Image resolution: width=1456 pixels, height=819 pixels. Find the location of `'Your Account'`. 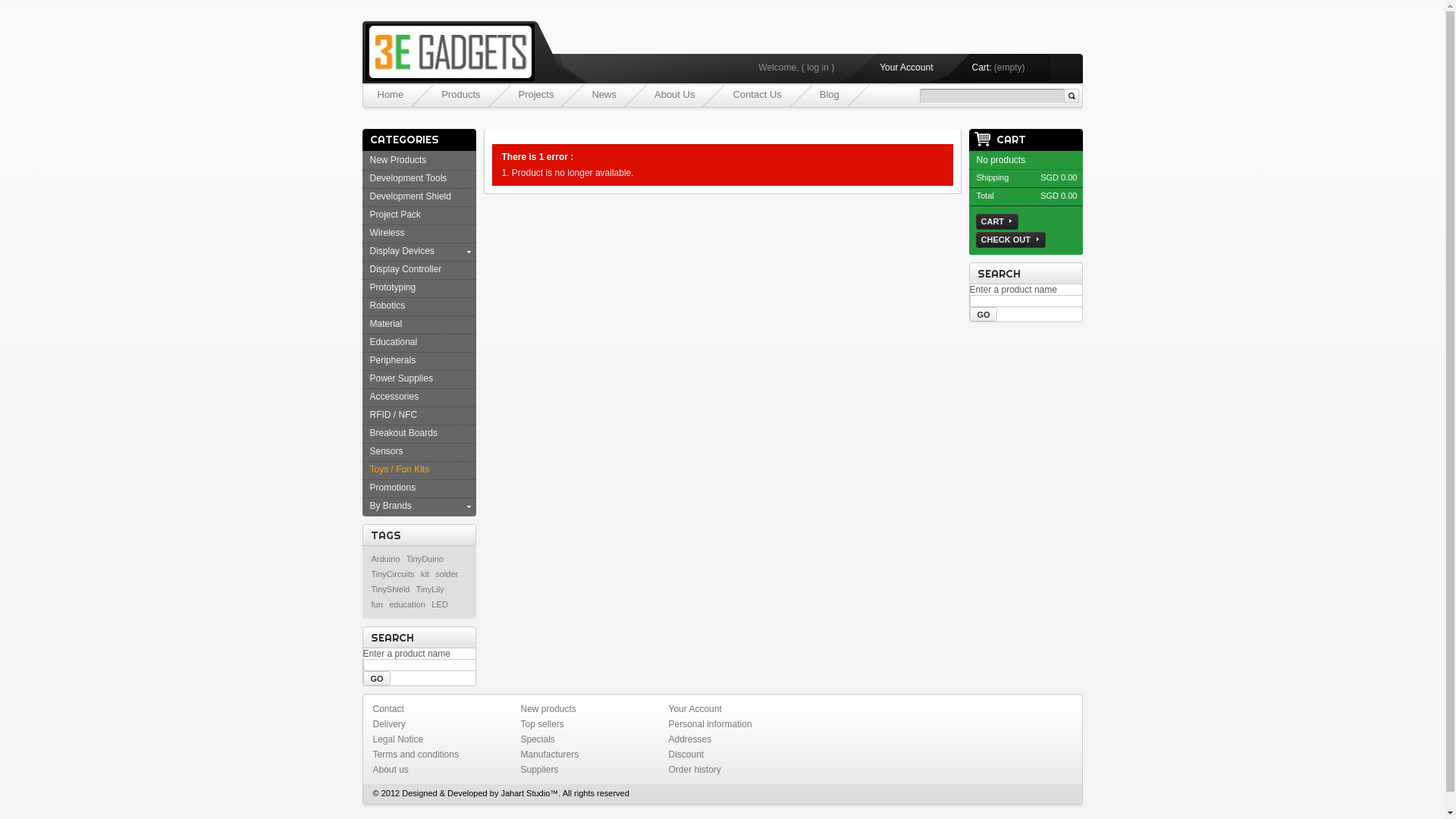

'Your Account' is located at coordinates (906, 66).